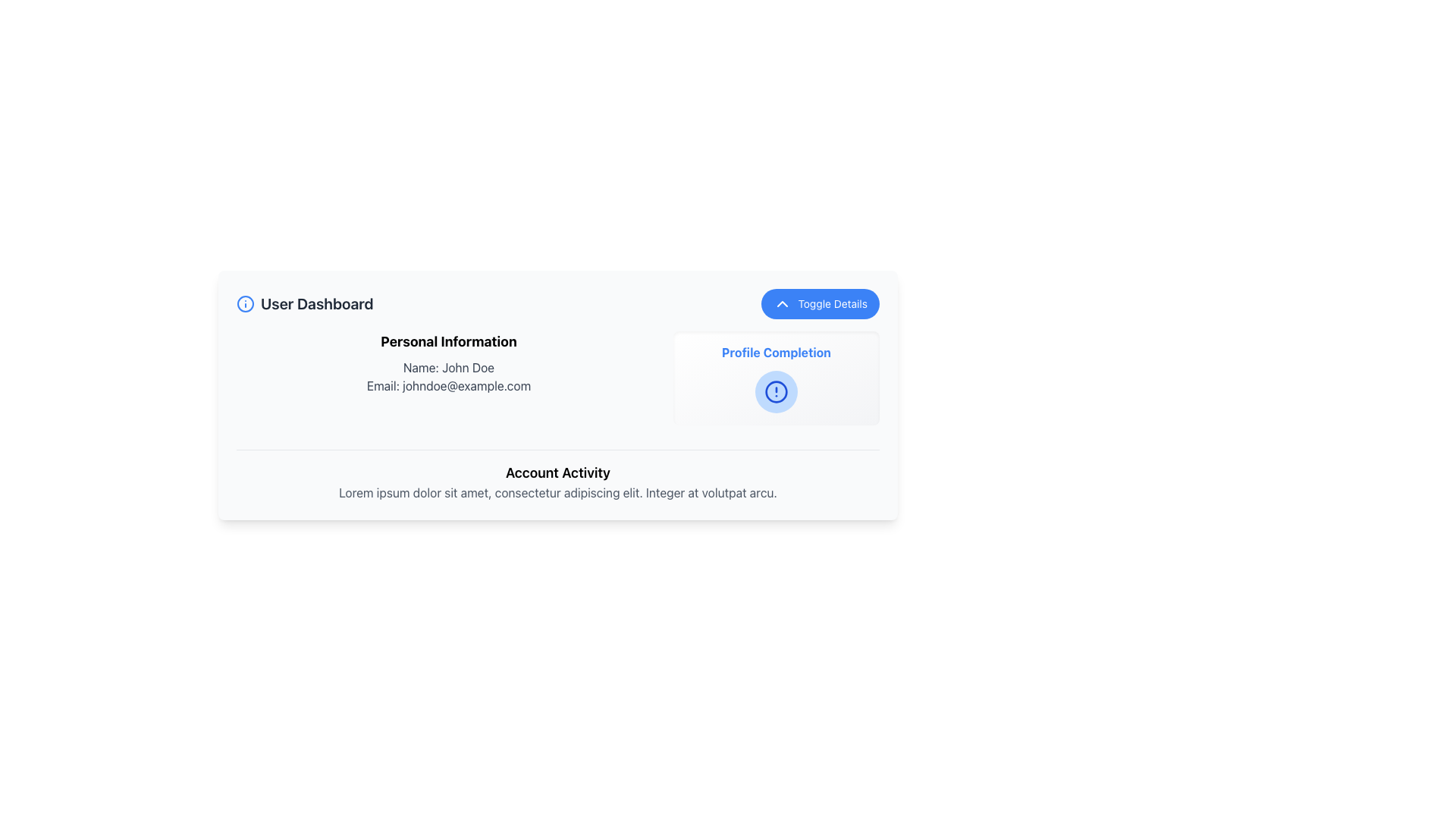  I want to click on the circular icon subcomponent located in the upper-middle area of the Profile Completion section of the dashboard, so click(246, 304).